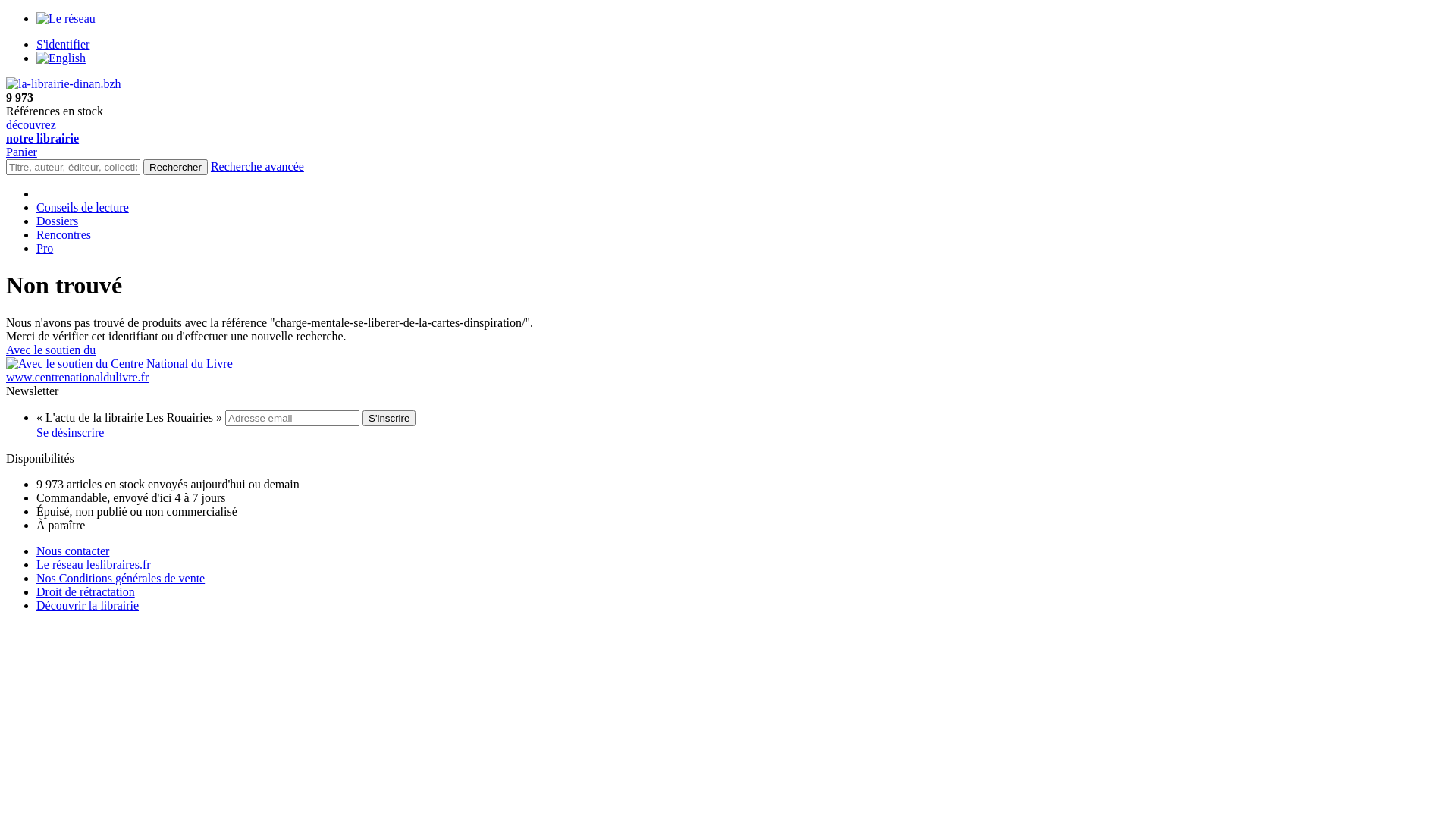  I want to click on 'Conseils de lecture', so click(36, 207).